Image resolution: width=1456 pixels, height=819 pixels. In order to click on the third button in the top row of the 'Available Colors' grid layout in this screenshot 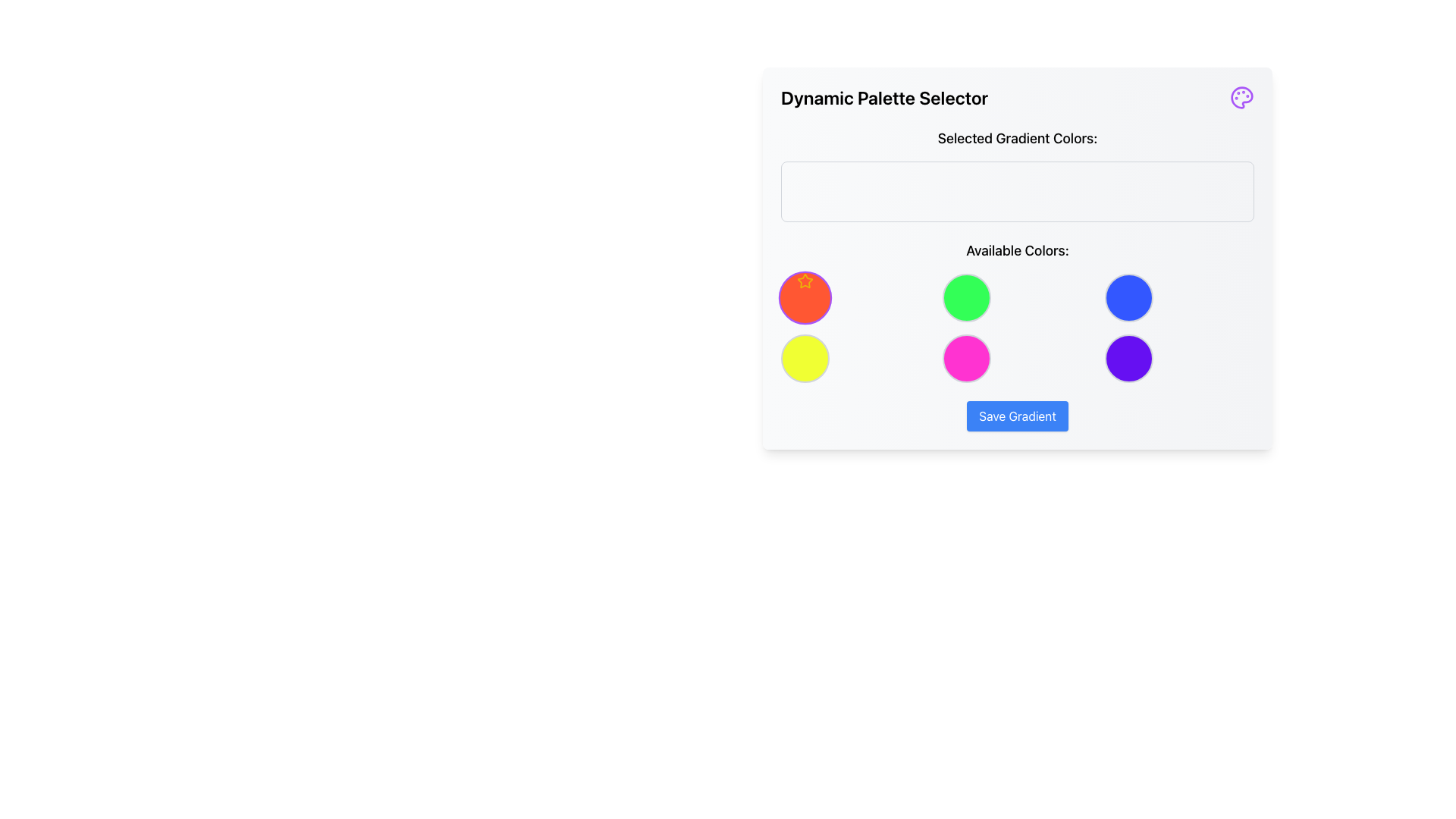, I will do `click(1128, 298)`.